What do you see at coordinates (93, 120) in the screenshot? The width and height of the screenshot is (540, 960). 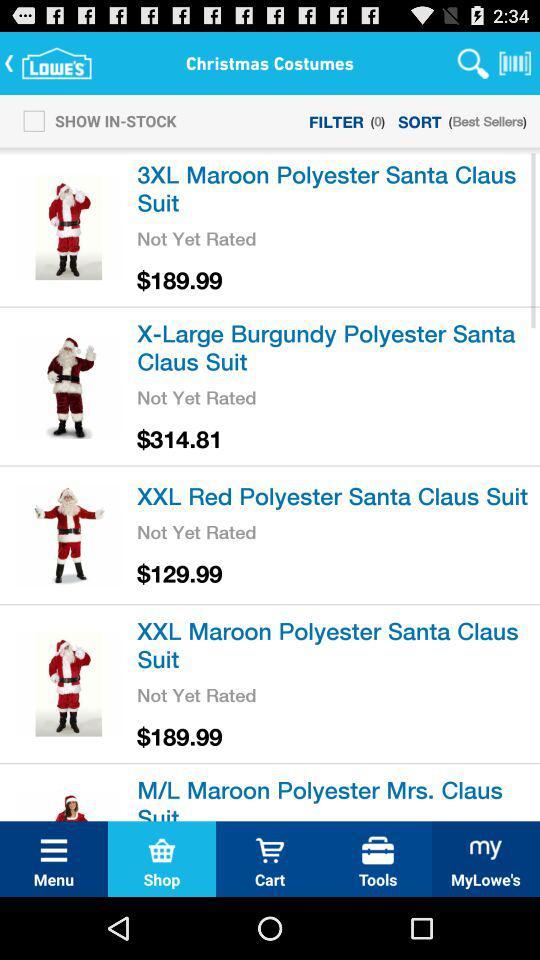 I see `show in-stock` at bounding box center [93, 120].